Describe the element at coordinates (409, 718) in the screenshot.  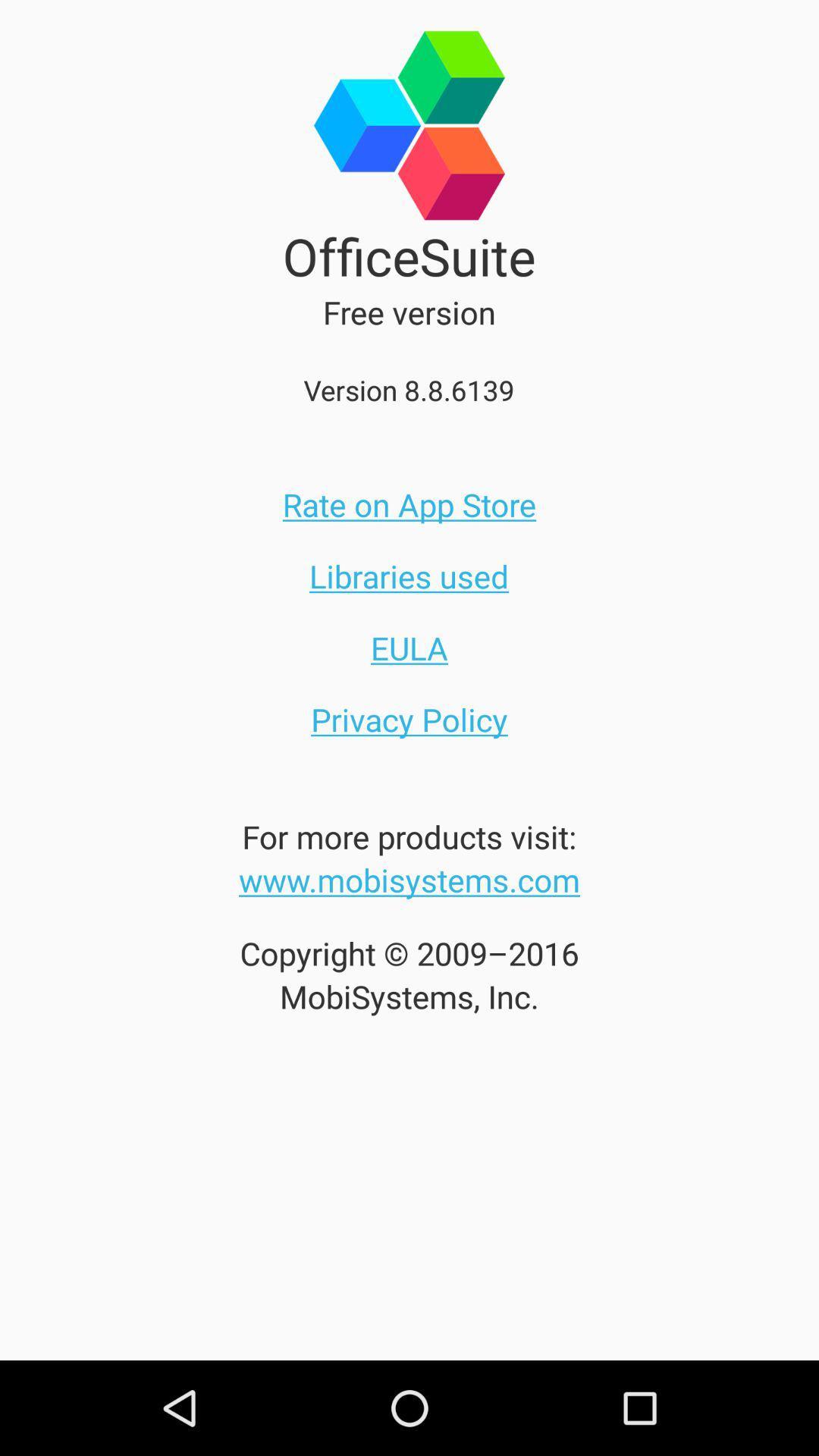
I see `icon below the eula` at that location.